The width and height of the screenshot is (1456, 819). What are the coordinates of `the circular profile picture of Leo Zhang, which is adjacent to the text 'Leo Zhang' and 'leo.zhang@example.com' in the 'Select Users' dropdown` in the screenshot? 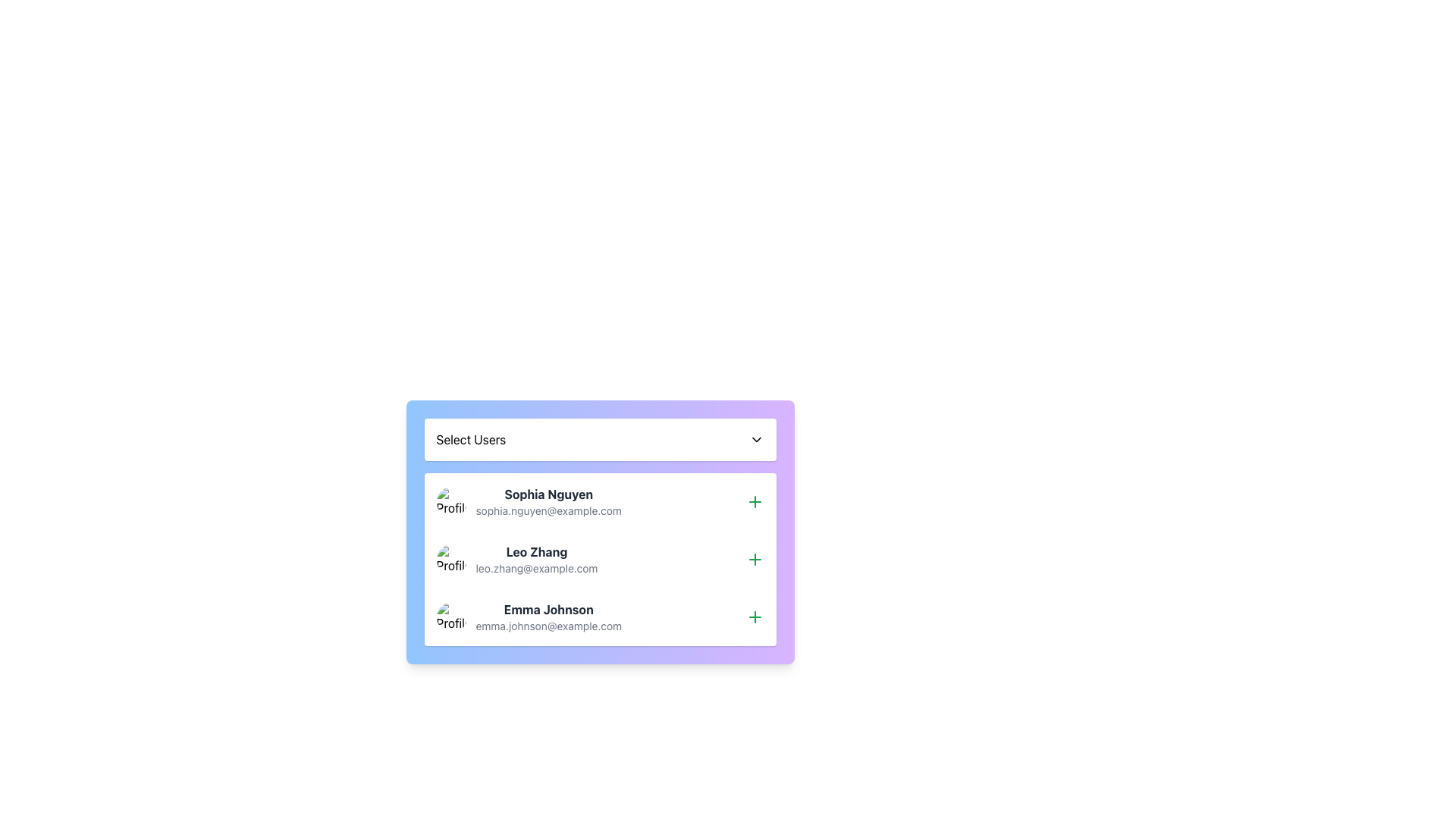 It's located at (450, 559).